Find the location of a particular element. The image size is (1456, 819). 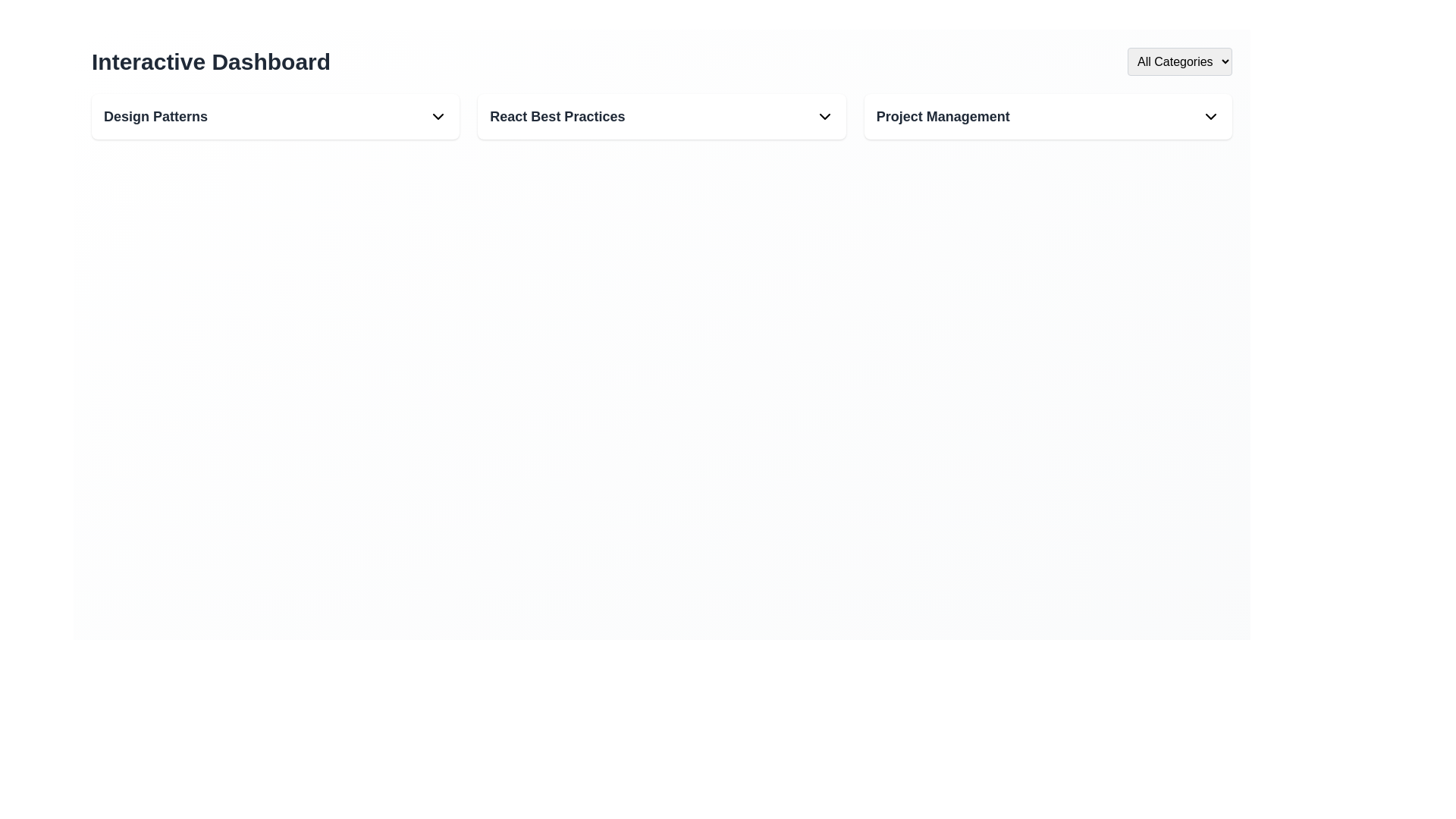

the dropdown menu trigger for 'Project Management' located in the upper-right section of the page is located at coordinates (1047, 116).